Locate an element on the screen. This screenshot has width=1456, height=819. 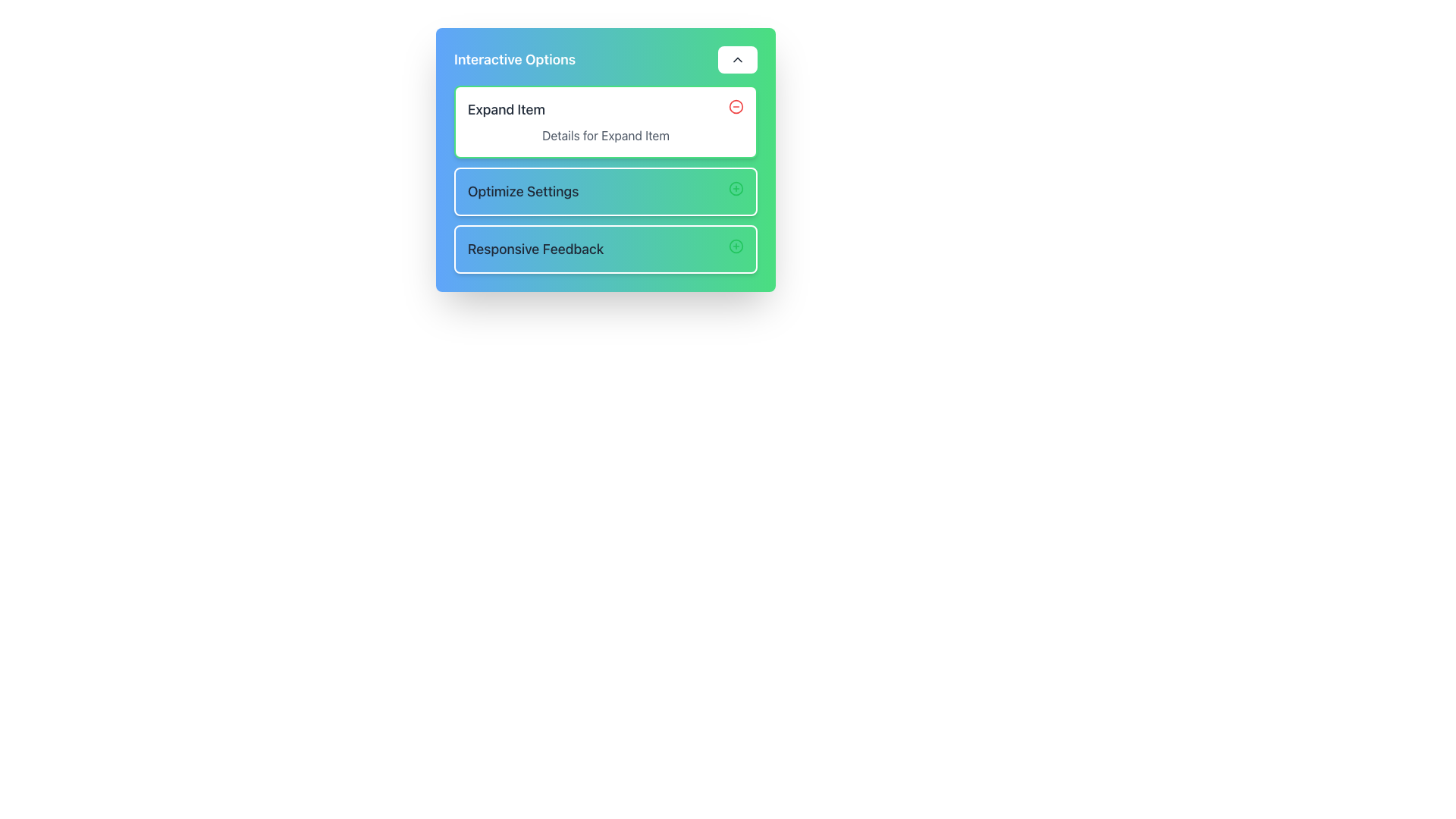
the static text element labeled 'Optimize Settings', which is located in the second group of a vertically stacked list of options, positioned beneath the 'Expand Item' group and above the 'Responsive Feedback' group is located at coordinates (523, 191).